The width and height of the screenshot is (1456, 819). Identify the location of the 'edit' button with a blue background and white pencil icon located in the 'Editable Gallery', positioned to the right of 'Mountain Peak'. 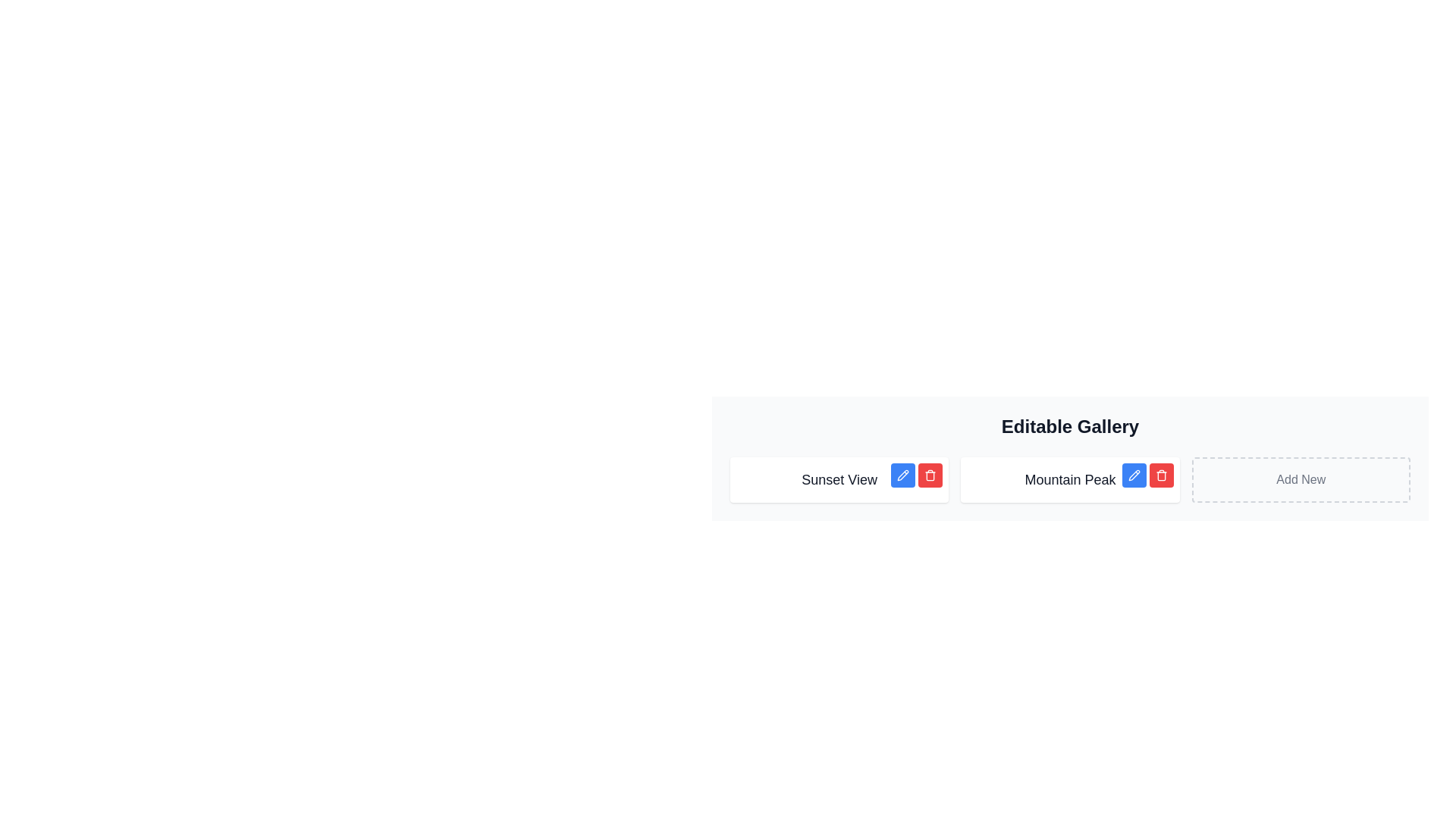
(1134, 475).